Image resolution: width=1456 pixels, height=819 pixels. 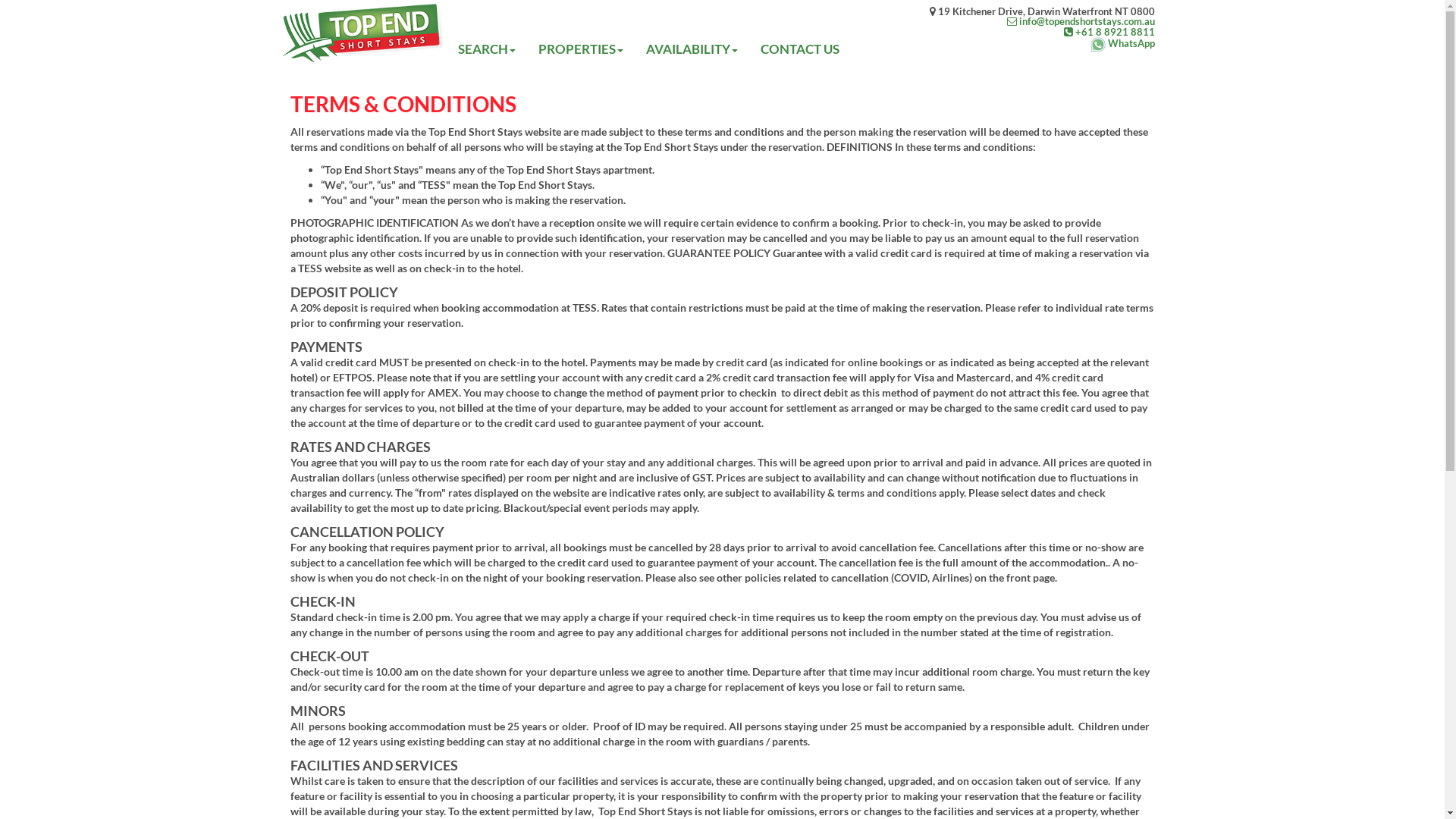 I want to click on 'SEARCH', so click(x=487, y=49).